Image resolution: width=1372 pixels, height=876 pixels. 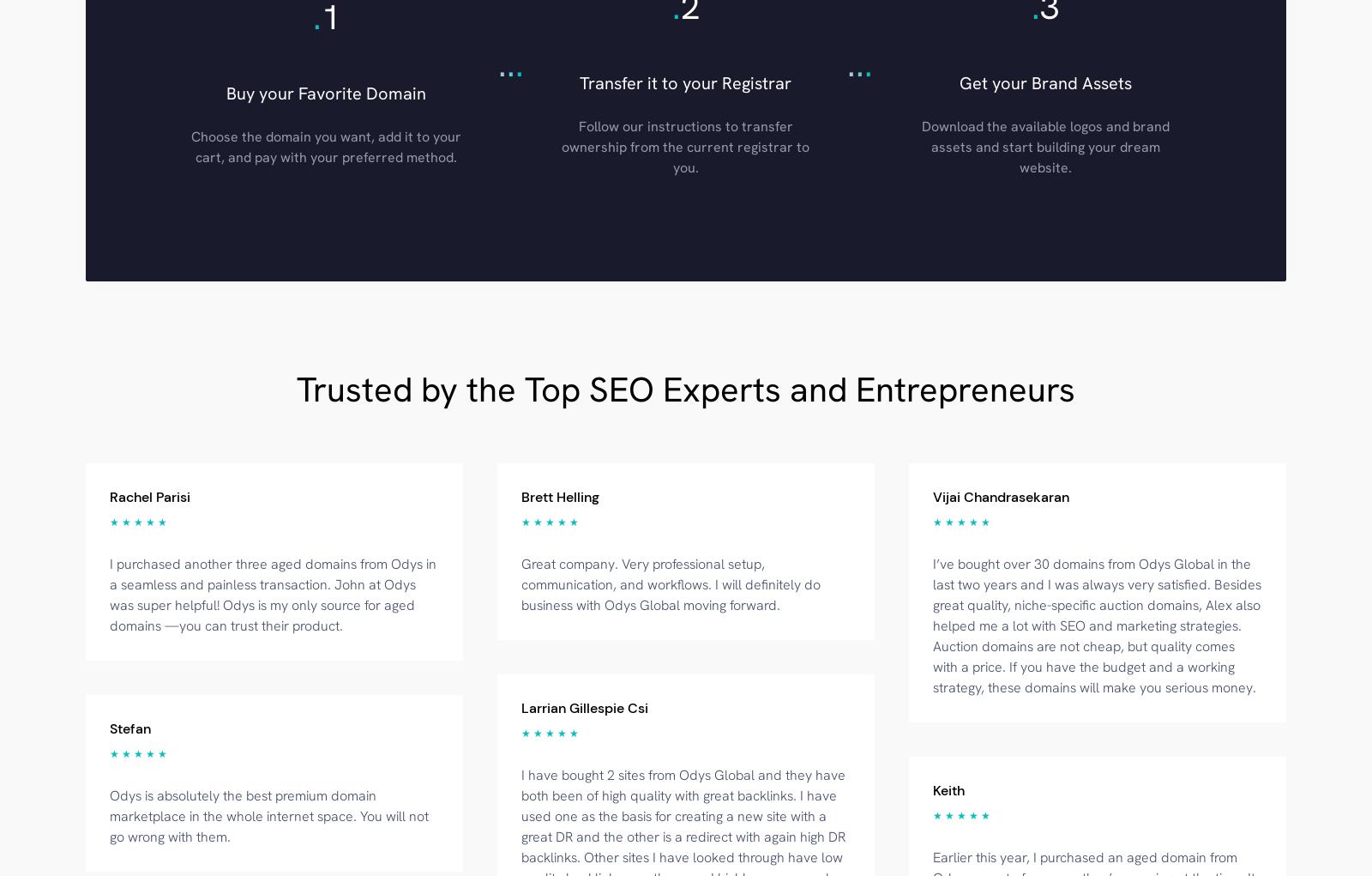 What do you see at coordinates (1001, 495) in the screenshot?
I see `'Vijai Chandrasekaran'` at bounding box center [1001, 495].